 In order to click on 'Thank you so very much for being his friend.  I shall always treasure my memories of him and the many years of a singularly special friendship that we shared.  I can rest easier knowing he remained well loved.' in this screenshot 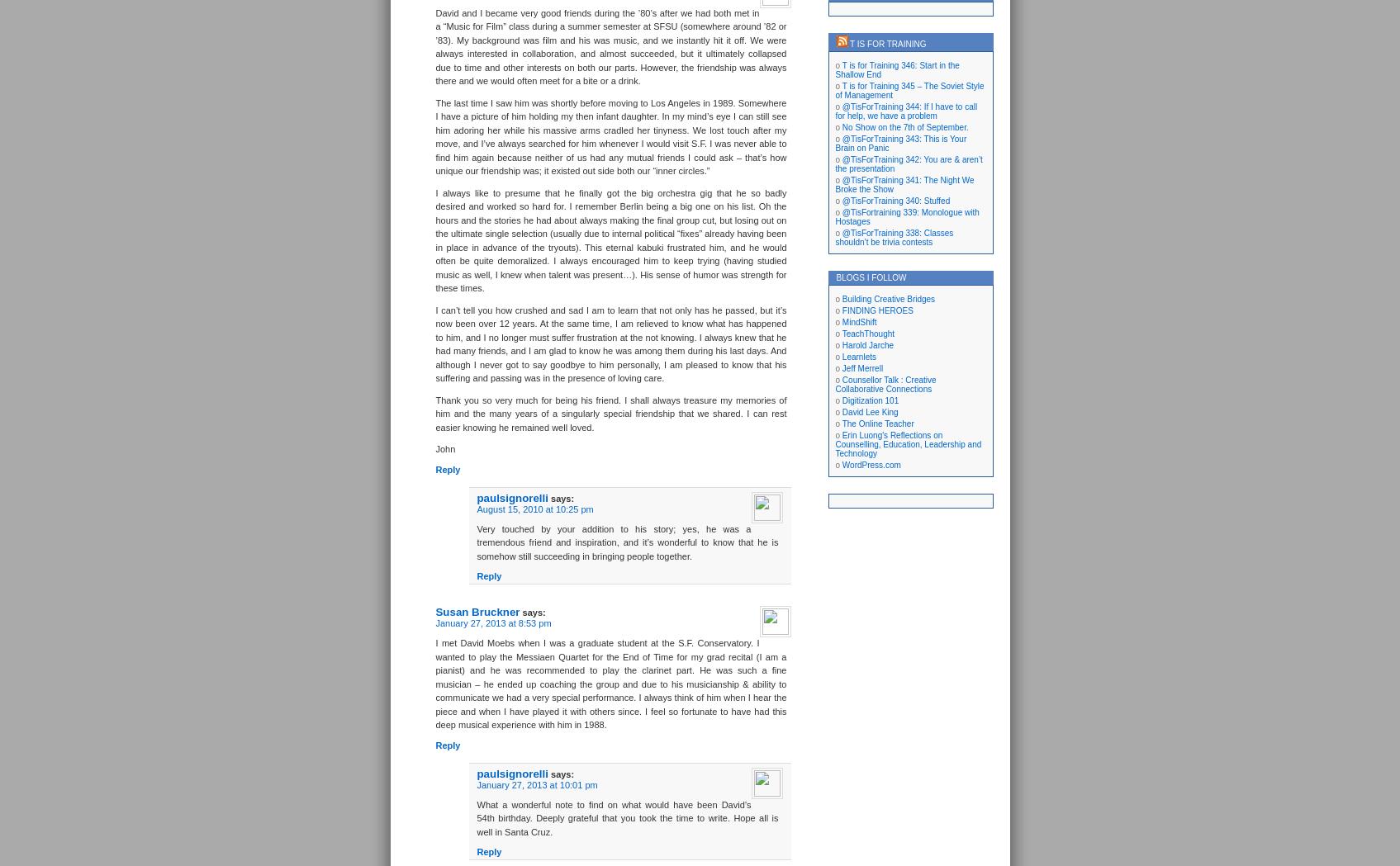, I will do `click(610, 412)`.